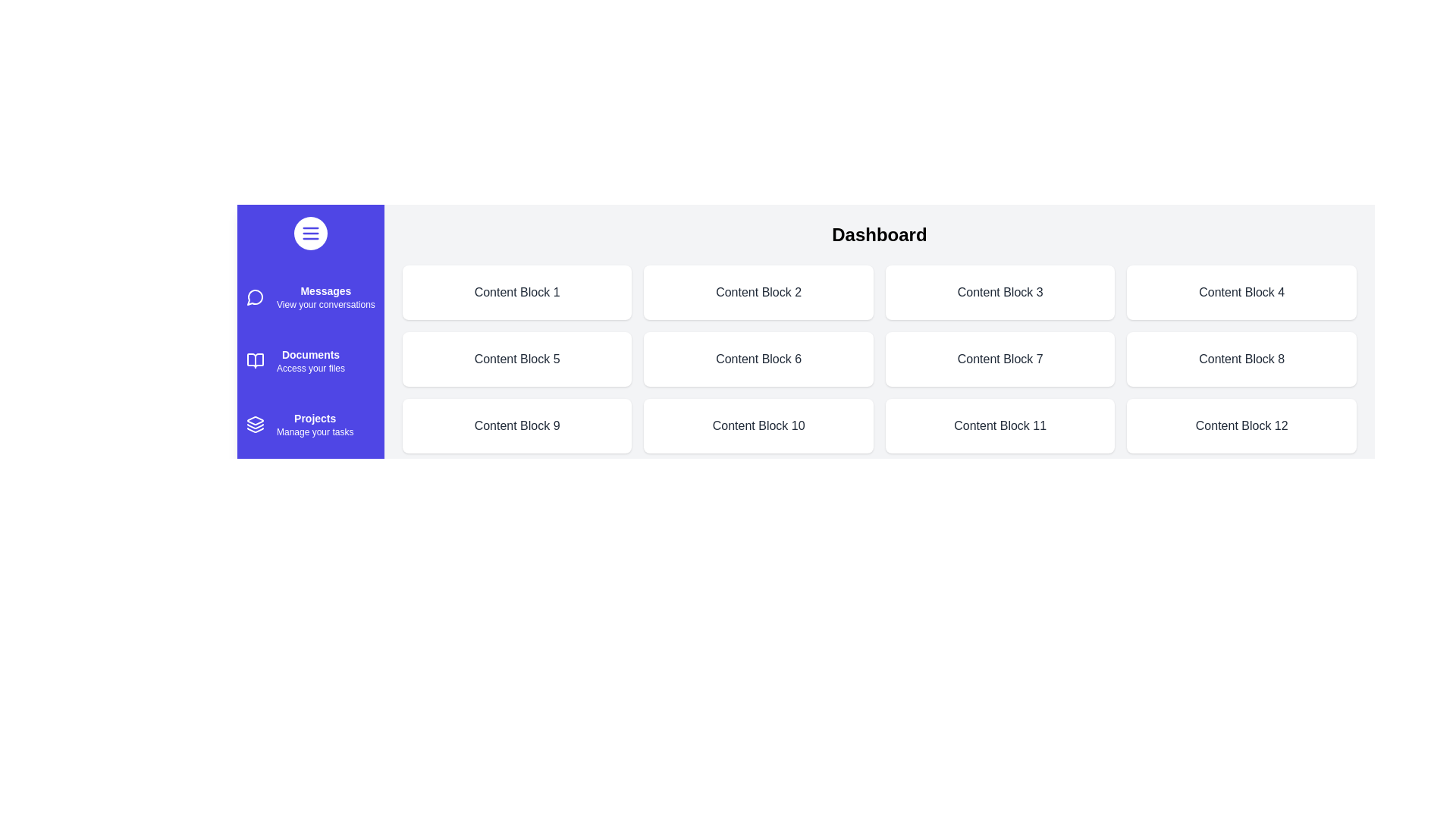  Describe the element at coordinates (255, 297) in the screenshot. I see `the menu item Messages to reveal its additional information` at that location.